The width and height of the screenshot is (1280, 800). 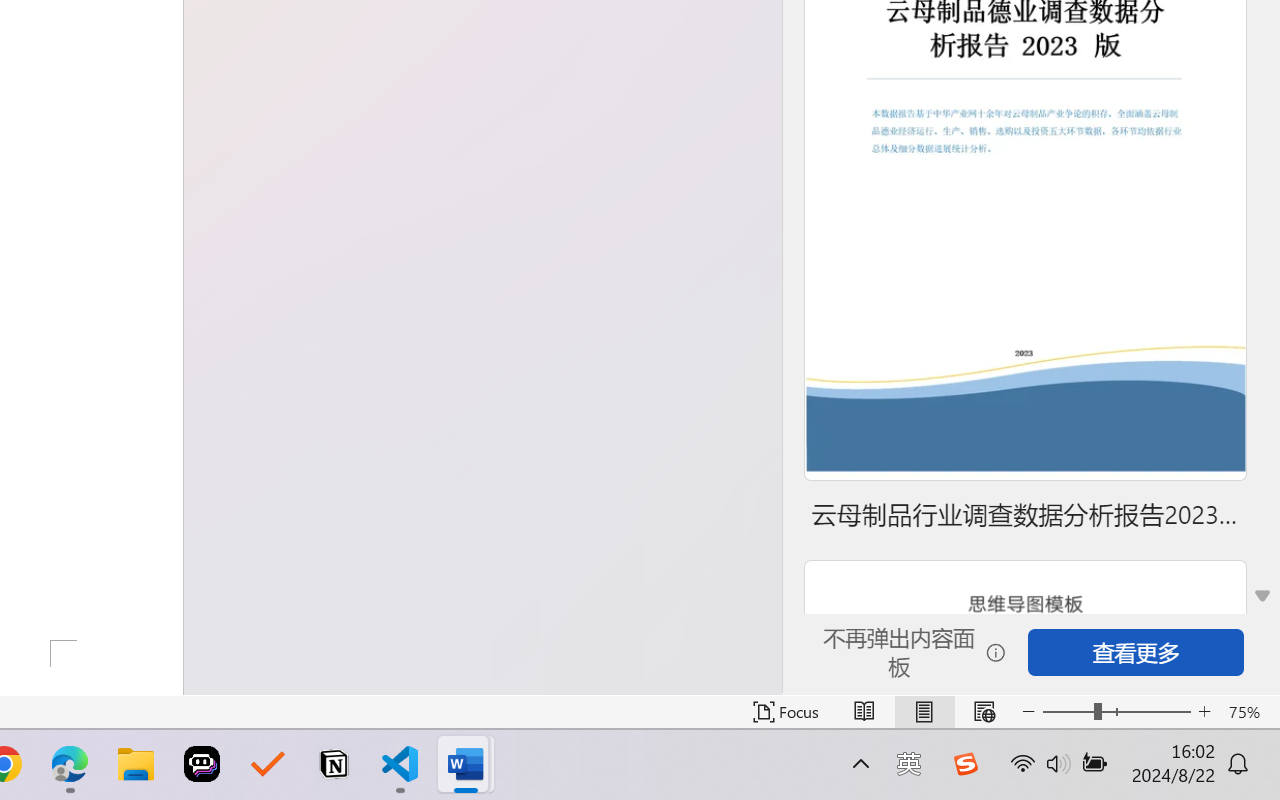 I want to click on 'Print Layout', so click(x=923, y=711).